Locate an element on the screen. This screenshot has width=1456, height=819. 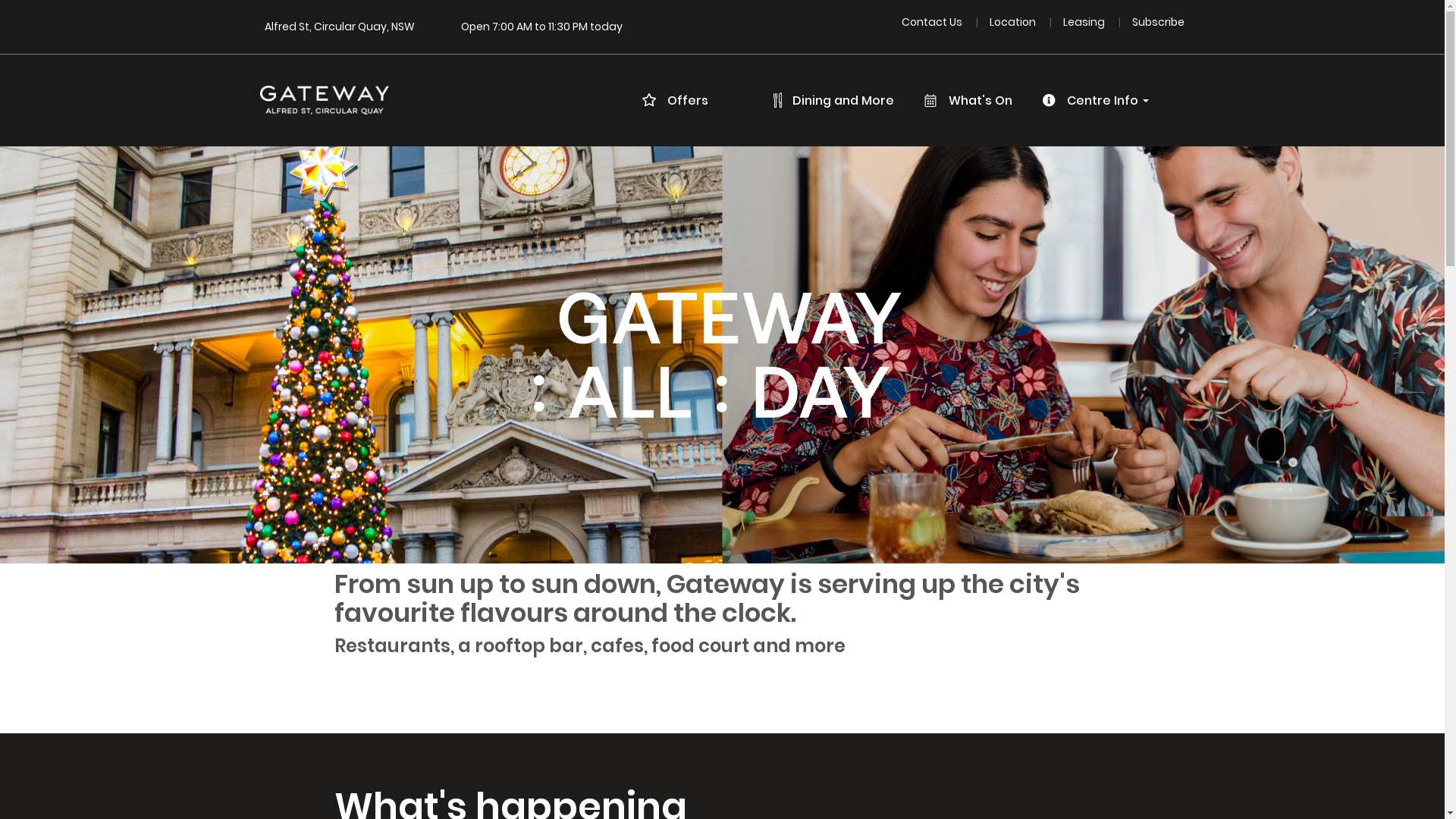
'Location' is located at coordinates (1014, 22).